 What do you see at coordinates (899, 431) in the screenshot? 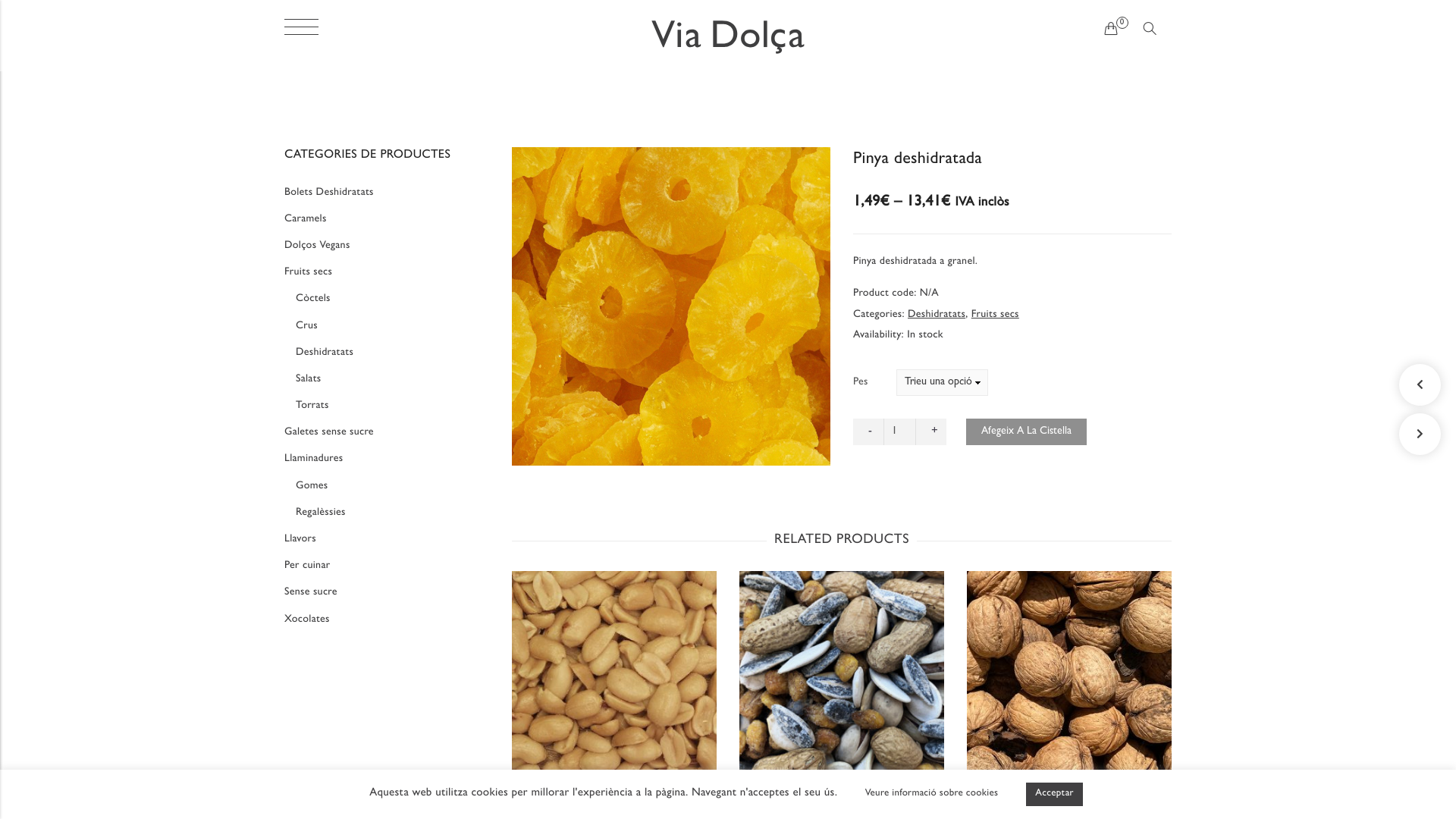
I see `'Qty'` at bounding box center [899, 431].